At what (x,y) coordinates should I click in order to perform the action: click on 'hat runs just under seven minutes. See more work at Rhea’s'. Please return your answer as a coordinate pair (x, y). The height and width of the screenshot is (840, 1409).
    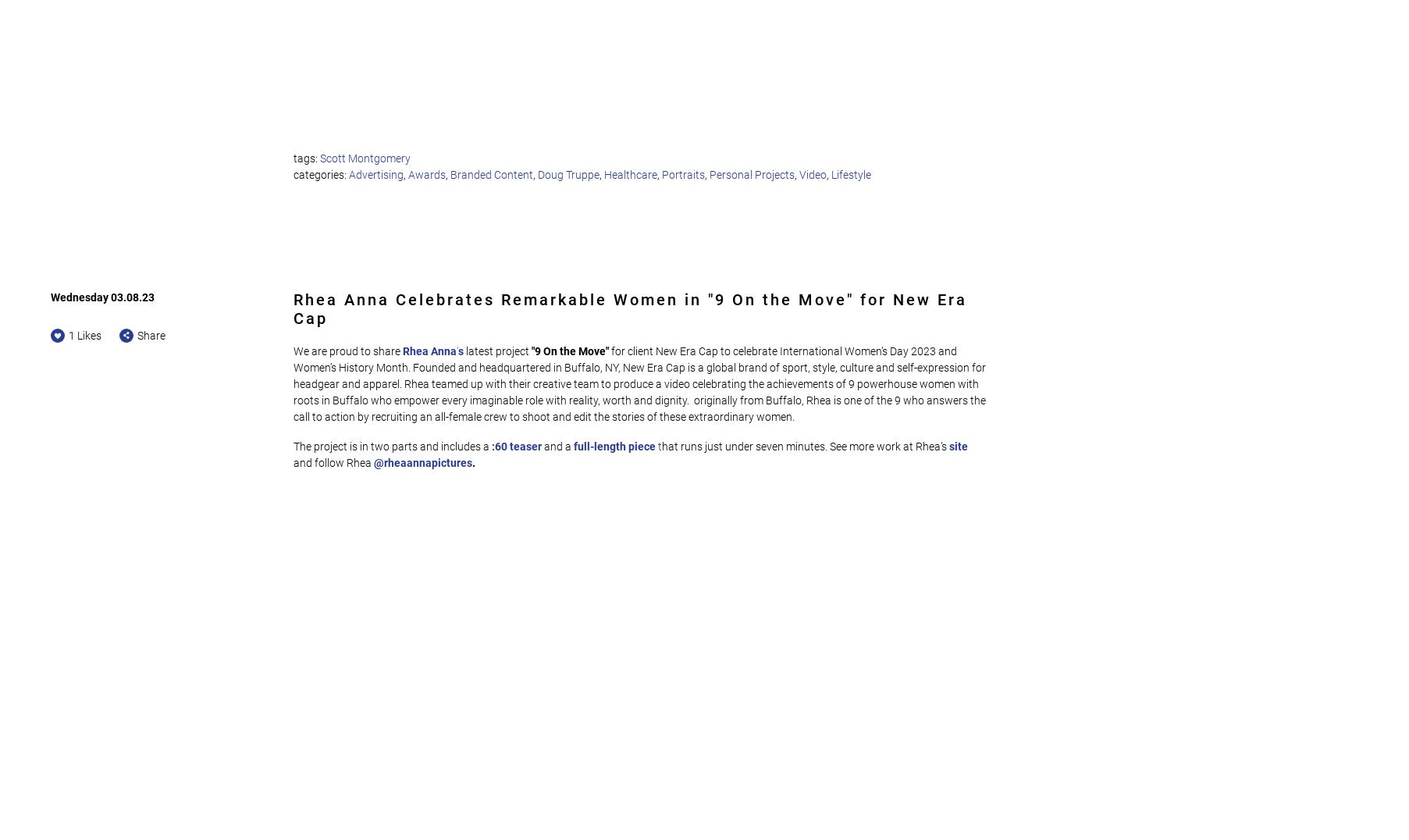
    Looking at the image, I should click on (803, 446).